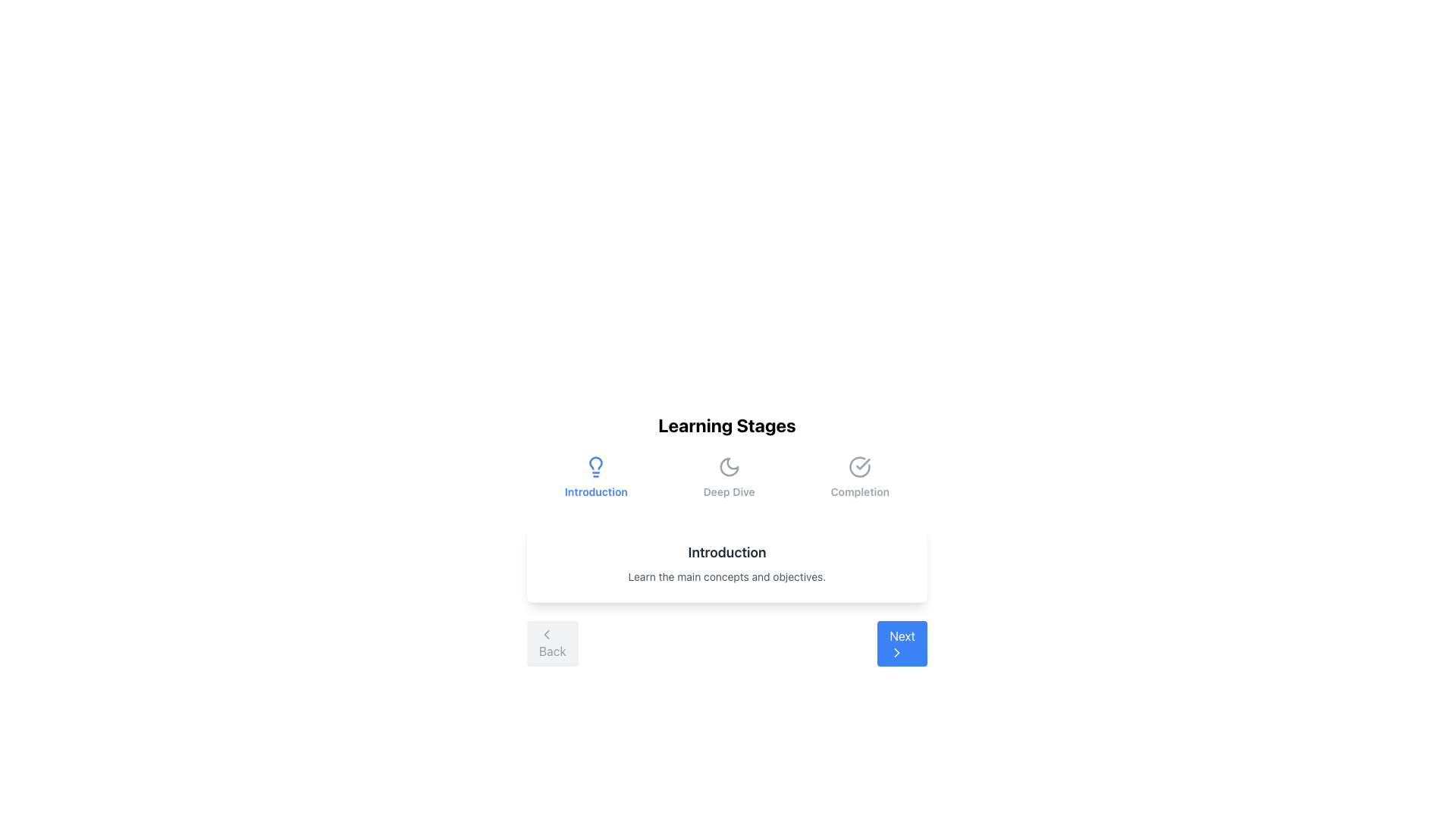 The width and height of the screenshot is (1456, 819). What do you see at coordinates (863, 463) in the screenshot?
I see `the checkmark icon which indicates approval or success, positioned diagonally within a larger circular icon` at bounding box center [863, 463].